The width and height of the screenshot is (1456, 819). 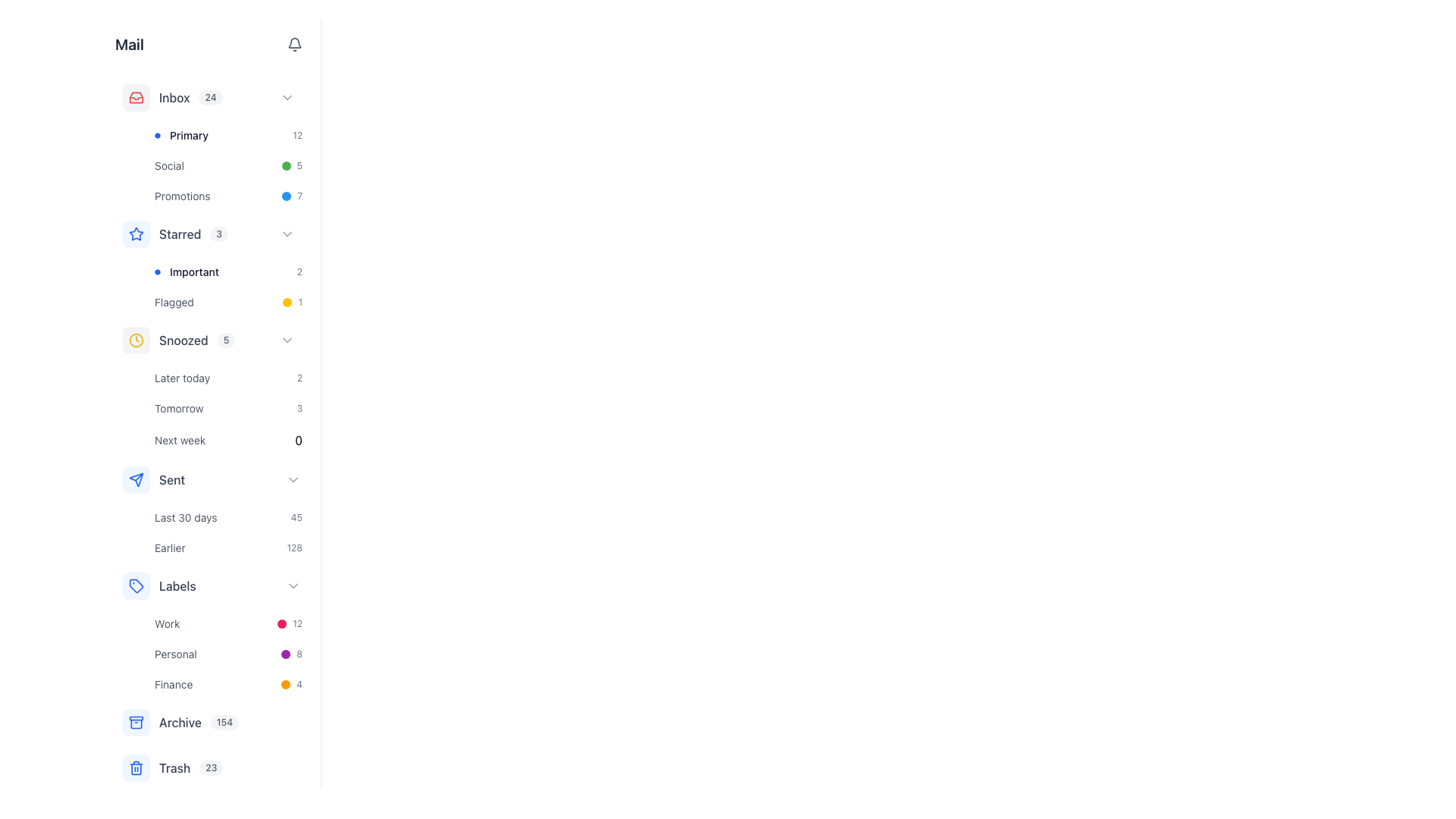 What do you see at coordinates (210, 97) in the screenshot?
I see `the displayed number '24' on the rounded rectangular badge with a light gray background, located next to the word 'Inbox' in the left navigation menu` at bounding box center [210, 97].